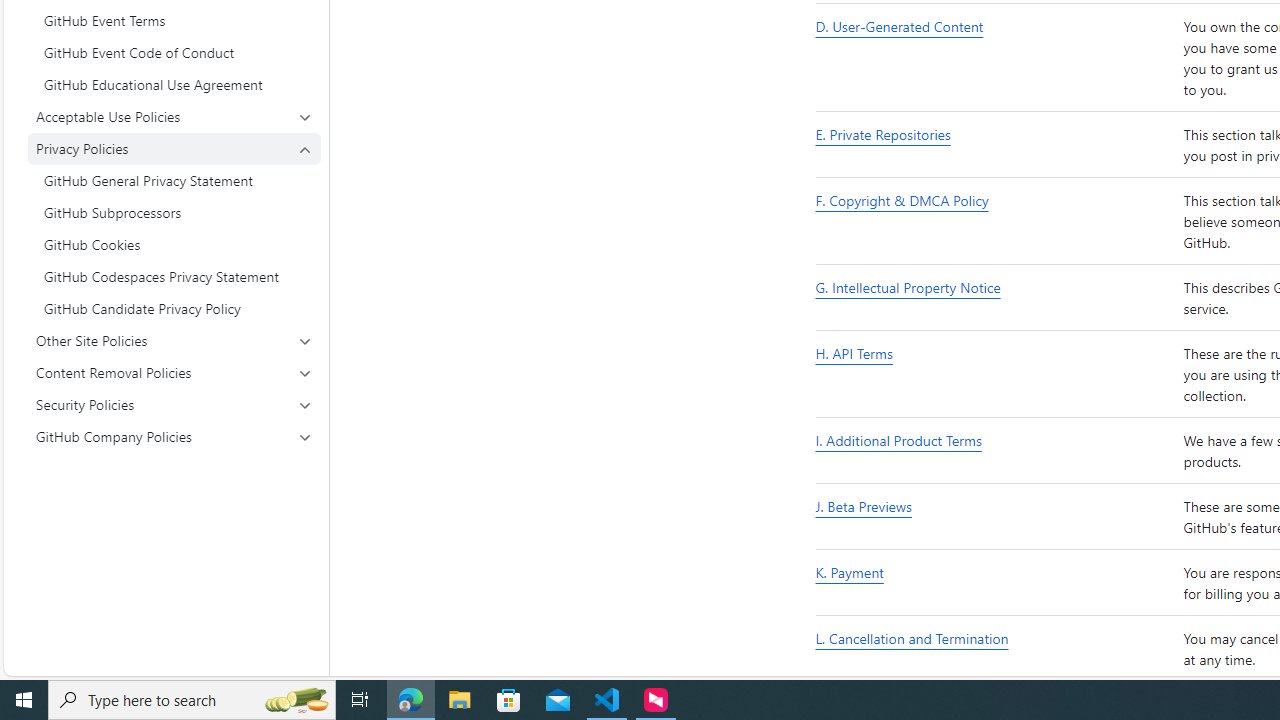 This screenshot has width=1280, height=720. I want to click on 'GitHub Event Terms', so click(174, 20).